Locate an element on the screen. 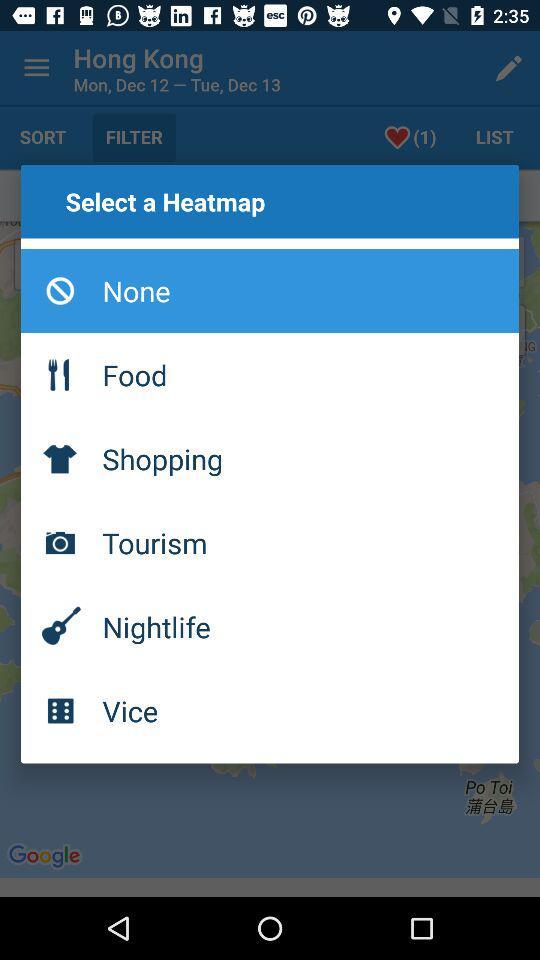 The image size is (540, 960). icon below select a heatmap is located at coordinates (270, 289).